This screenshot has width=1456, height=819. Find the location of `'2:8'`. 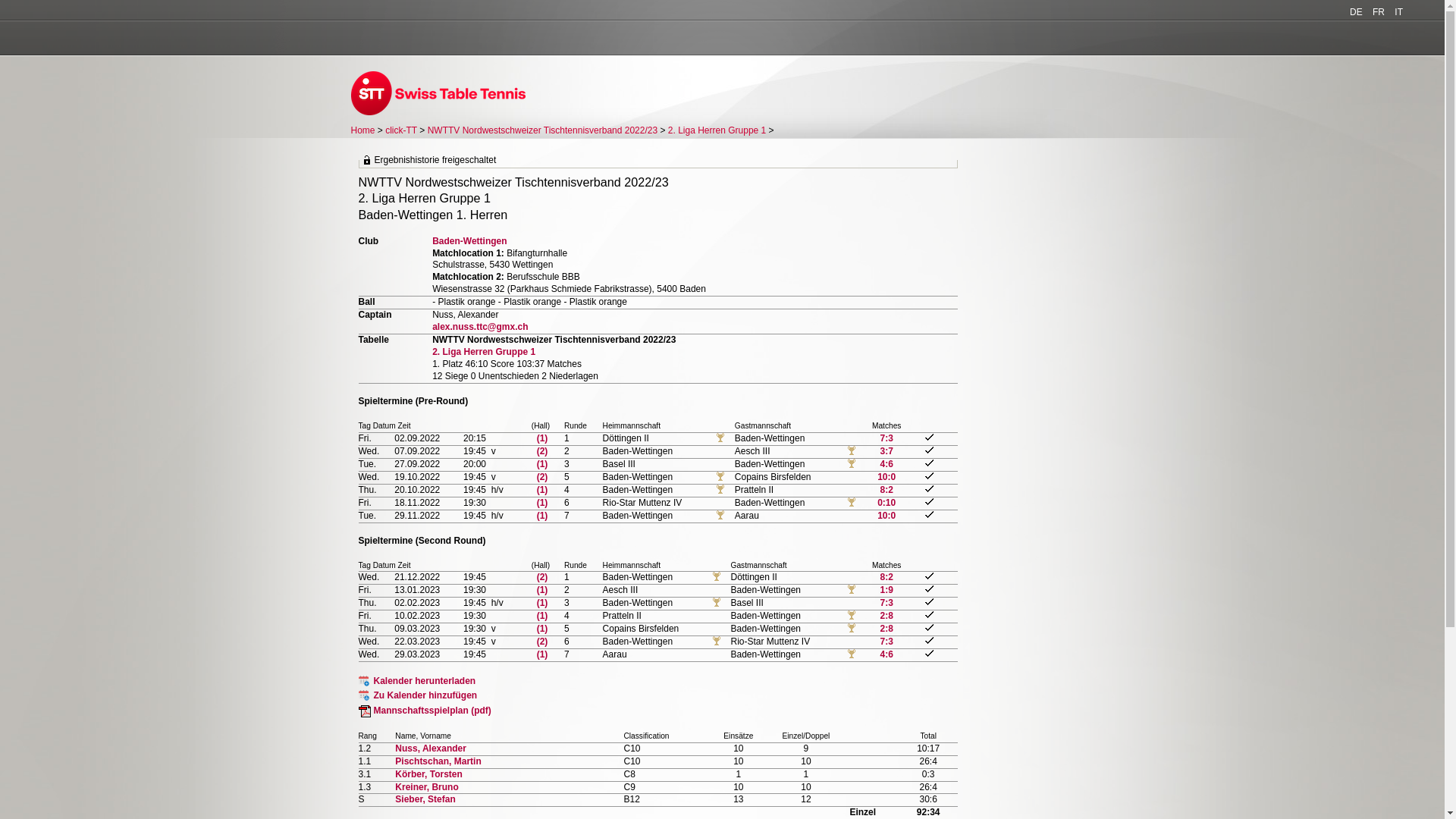

'2:8' is located at coordinates (886, 629).